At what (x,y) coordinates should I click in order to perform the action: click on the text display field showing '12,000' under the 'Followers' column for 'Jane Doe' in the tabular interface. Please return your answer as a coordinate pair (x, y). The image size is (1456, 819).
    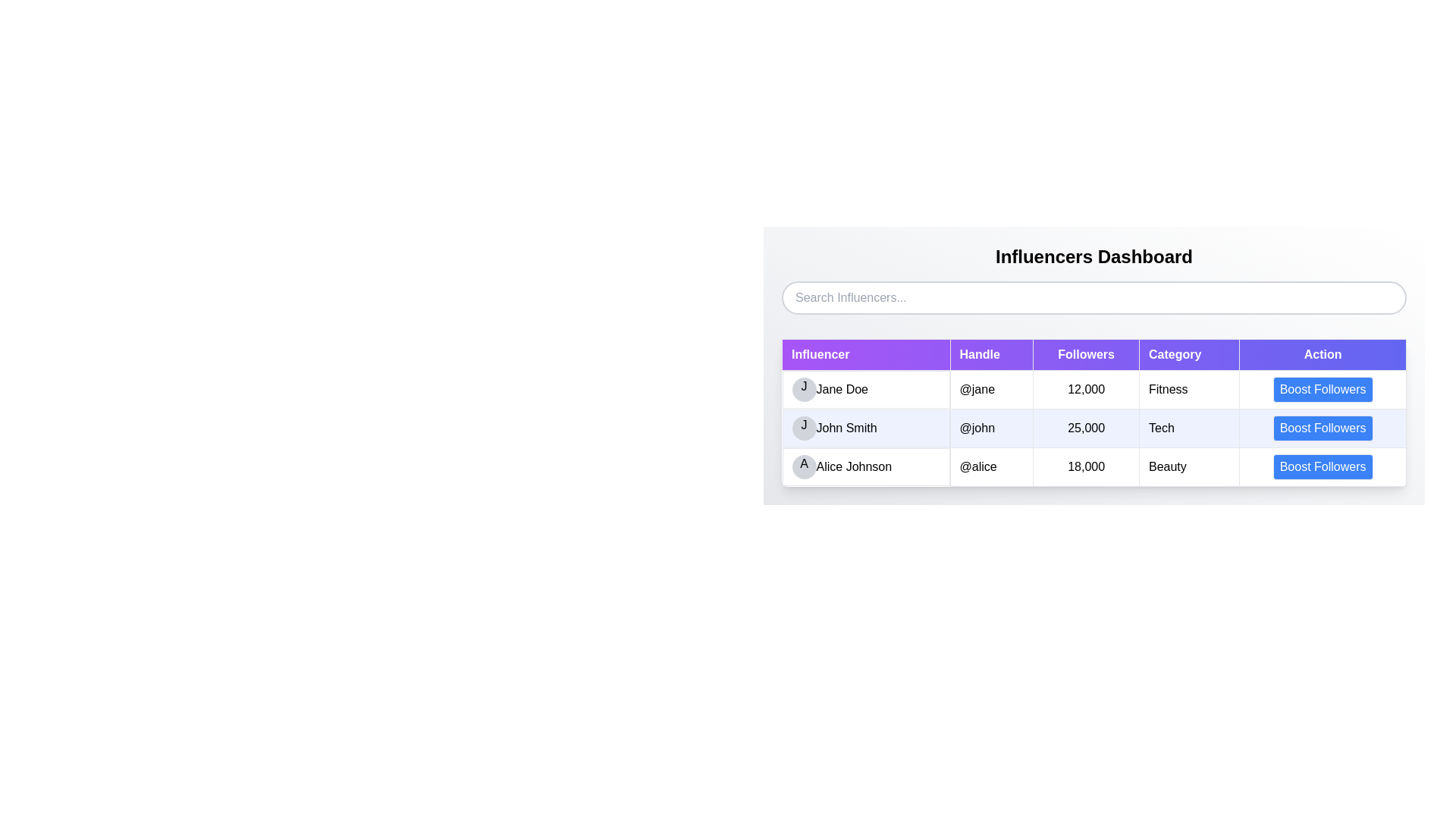
    Looking at the image, I should click on (1085, 388).